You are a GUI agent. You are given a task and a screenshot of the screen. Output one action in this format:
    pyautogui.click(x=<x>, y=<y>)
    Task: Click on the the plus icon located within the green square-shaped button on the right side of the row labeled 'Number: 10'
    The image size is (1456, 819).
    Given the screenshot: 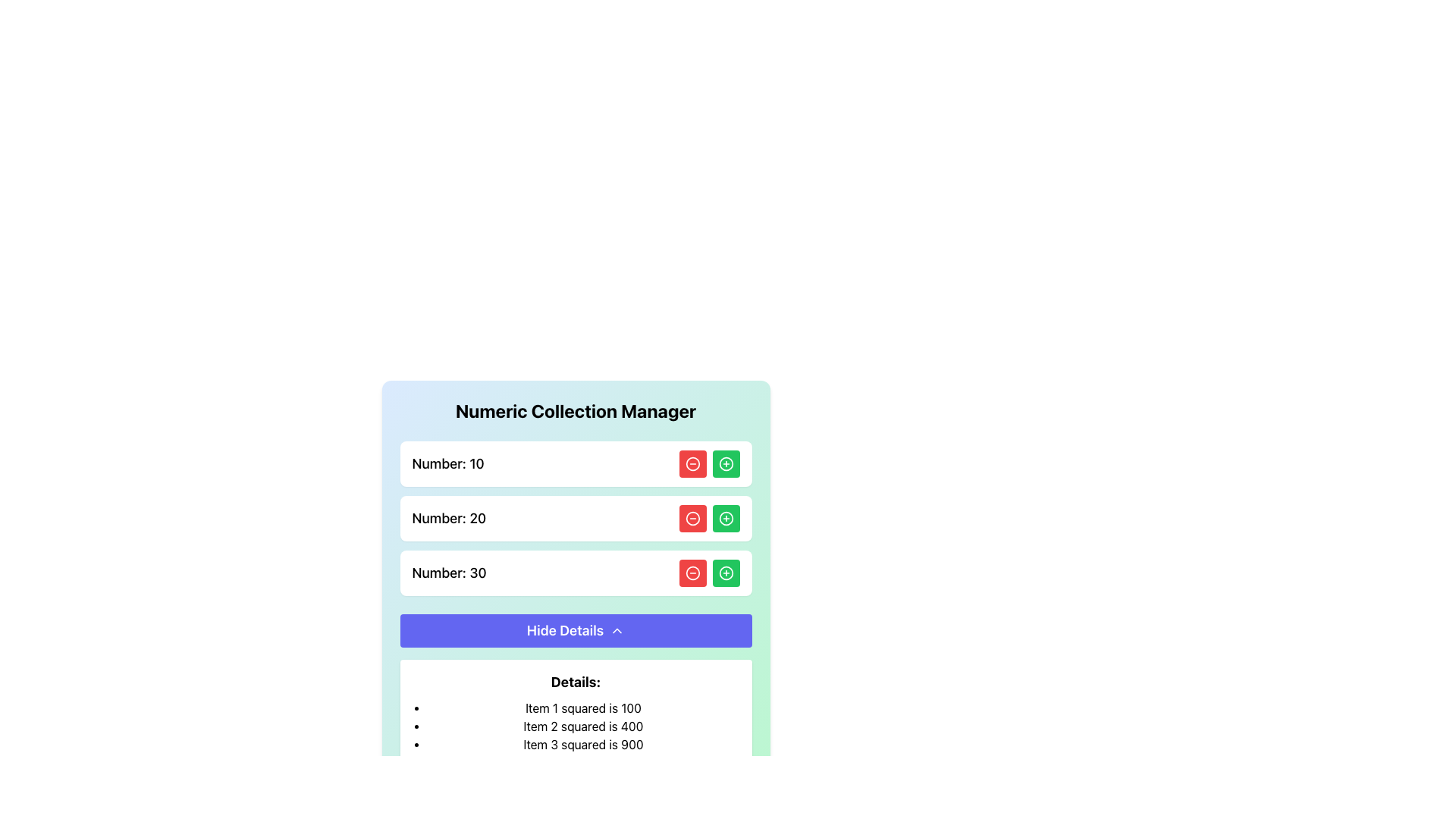 What is the action you would take?
    pyautogui.click(x=725, y=463)
    